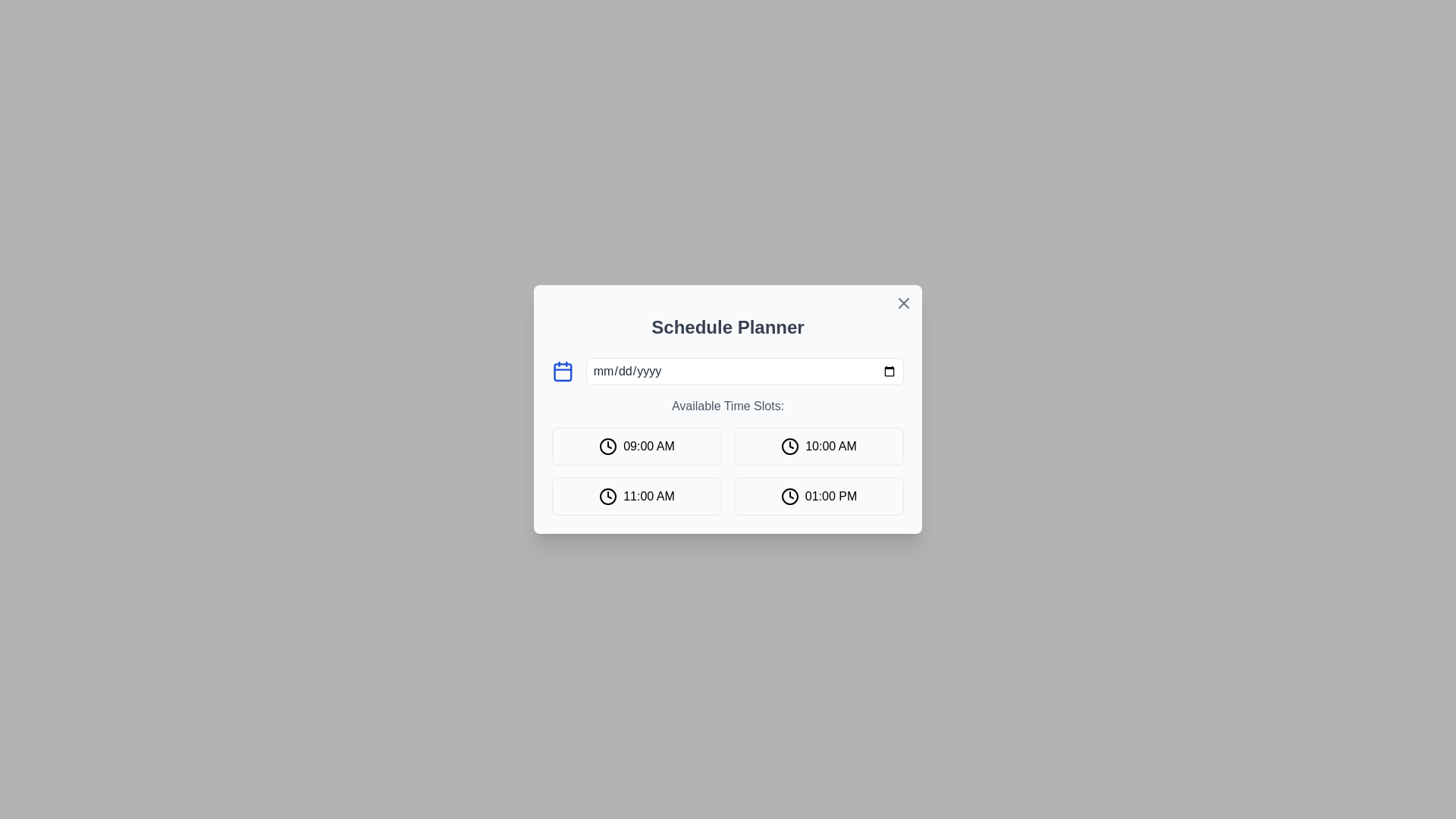  What do you see at coordinates (745, 371) in the screenshot?
I see `the Date input field in the 'Schedule Planner' dialog box to possibly show a tooltip` at bounding box center [745, 371].